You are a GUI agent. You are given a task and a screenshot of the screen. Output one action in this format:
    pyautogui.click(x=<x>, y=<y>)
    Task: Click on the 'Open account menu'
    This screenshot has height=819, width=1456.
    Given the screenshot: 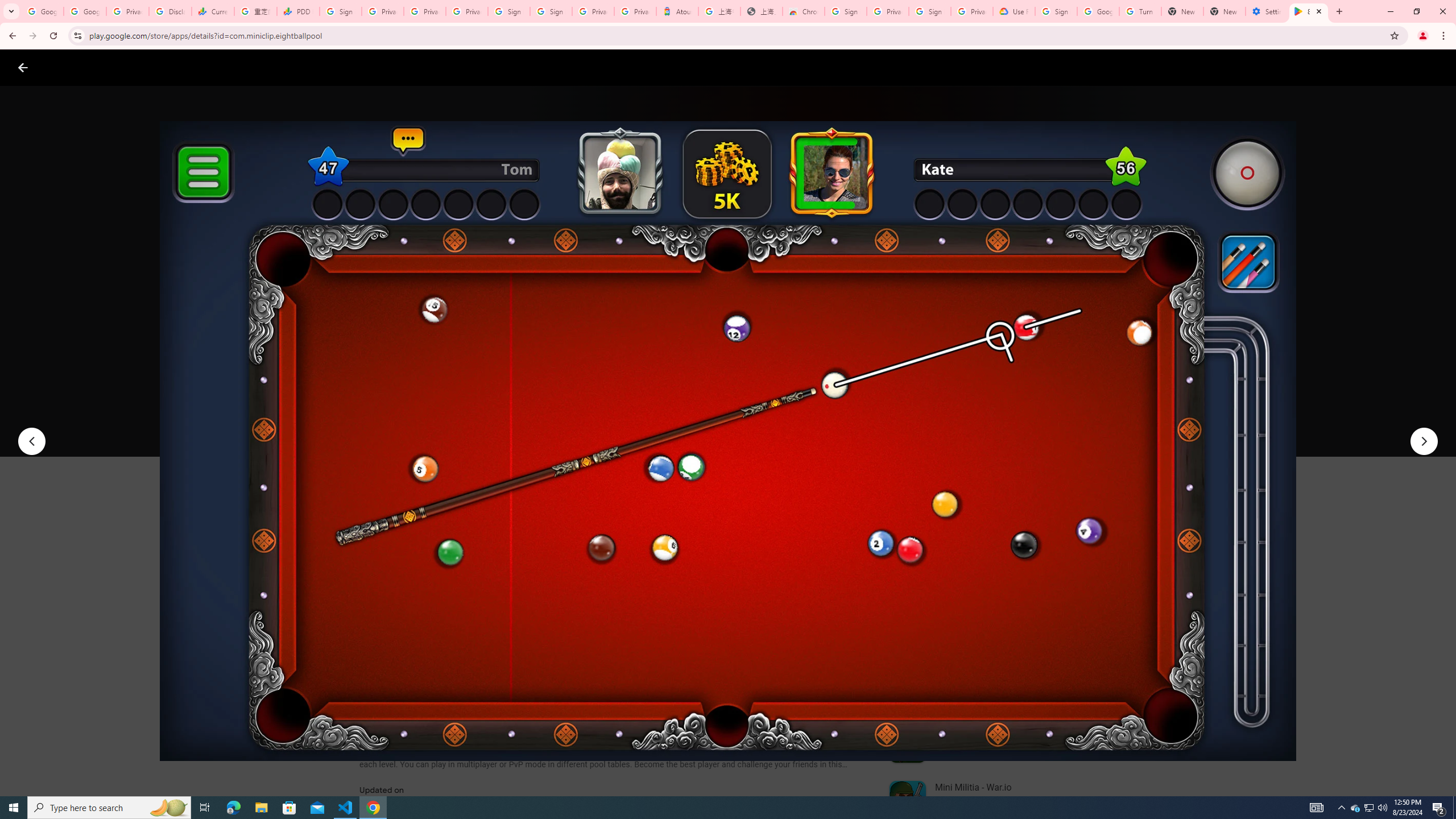 What is the action you would take?
    pyautogui.click(x=1436, y=67)
    